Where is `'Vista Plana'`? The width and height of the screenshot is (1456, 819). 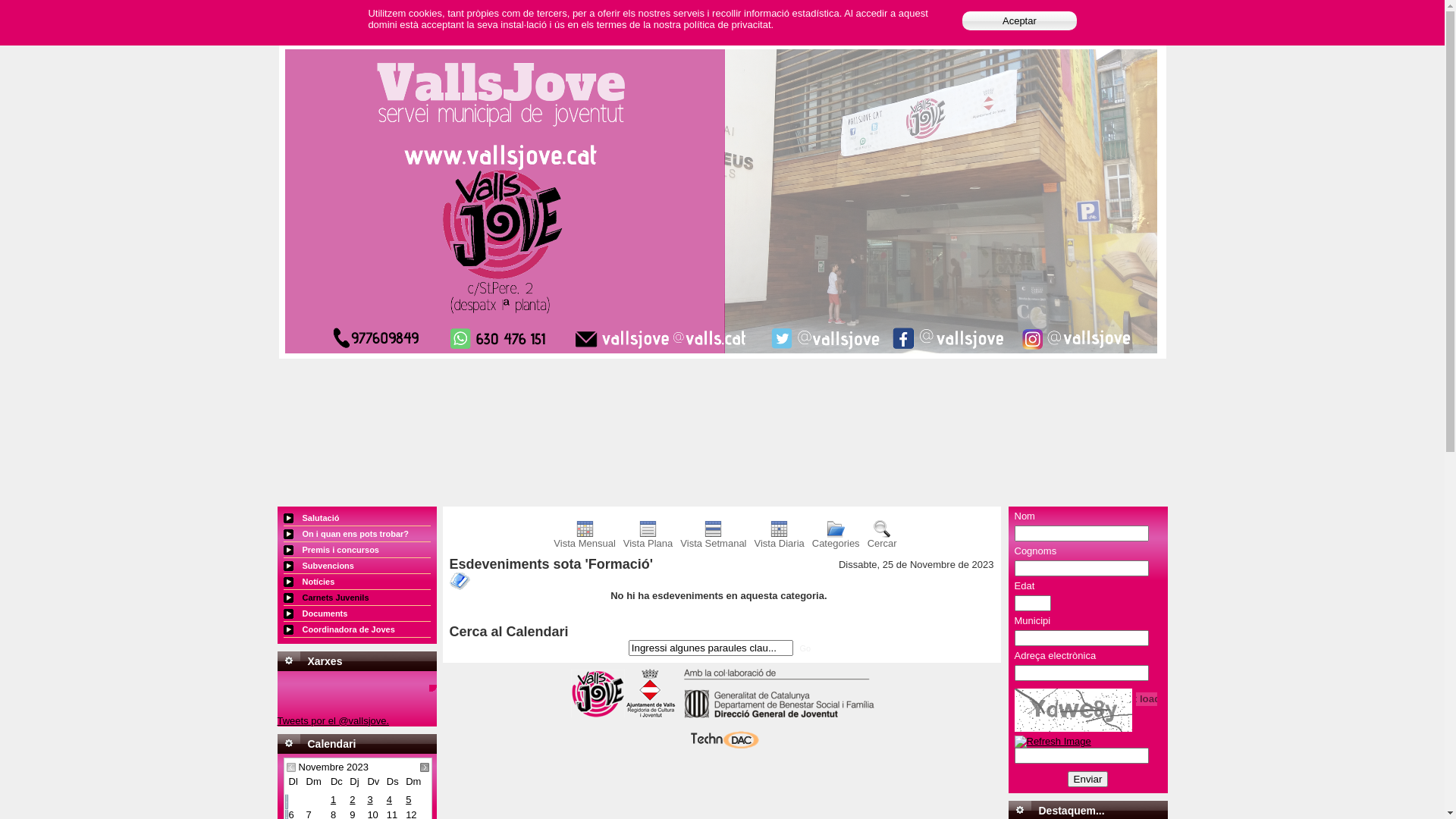
'Vista Plana' is located at coordinates (648, 538).